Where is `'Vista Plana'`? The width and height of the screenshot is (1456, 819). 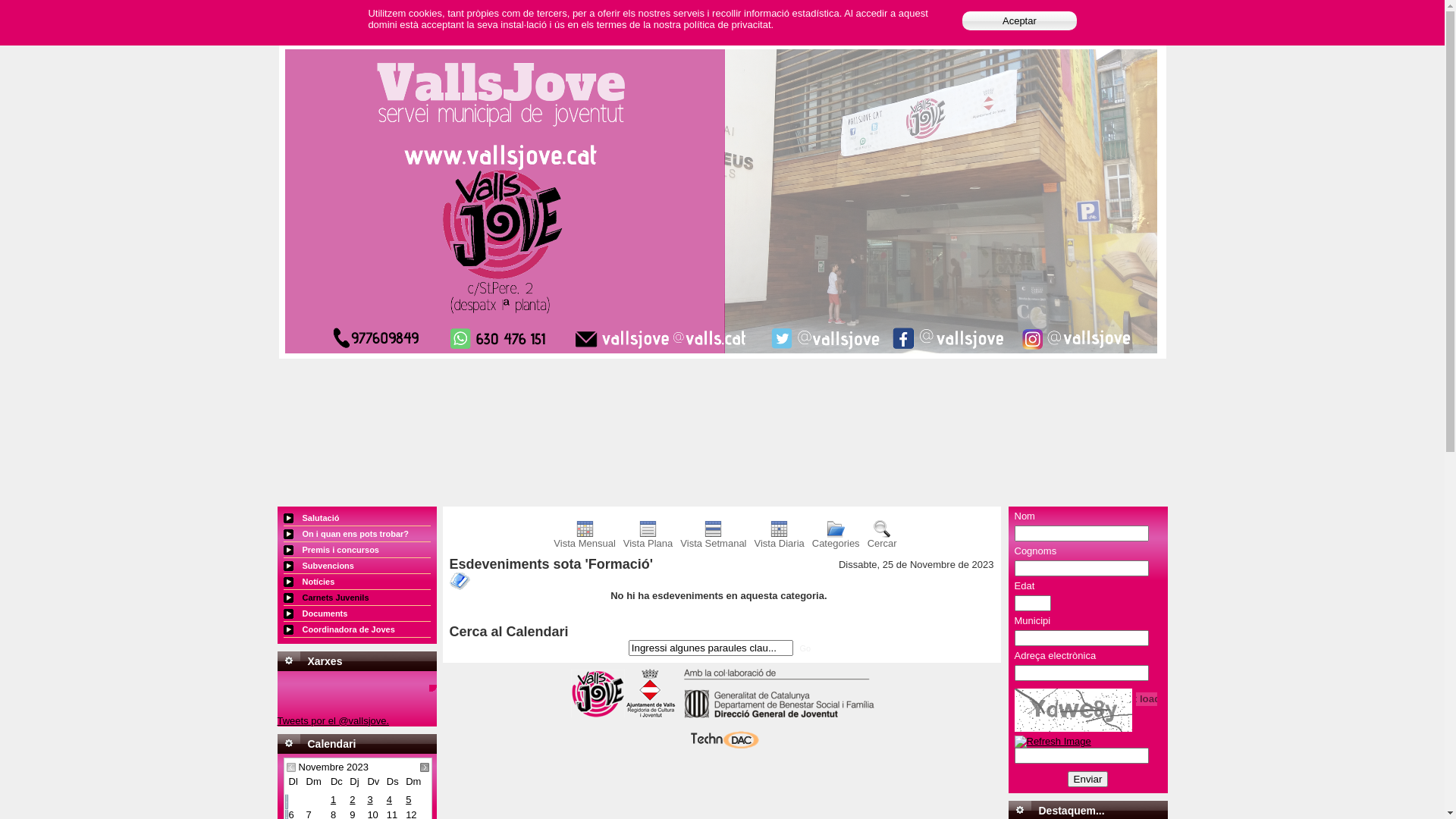
'Vista Plana' is located at coordinates (648, 538).